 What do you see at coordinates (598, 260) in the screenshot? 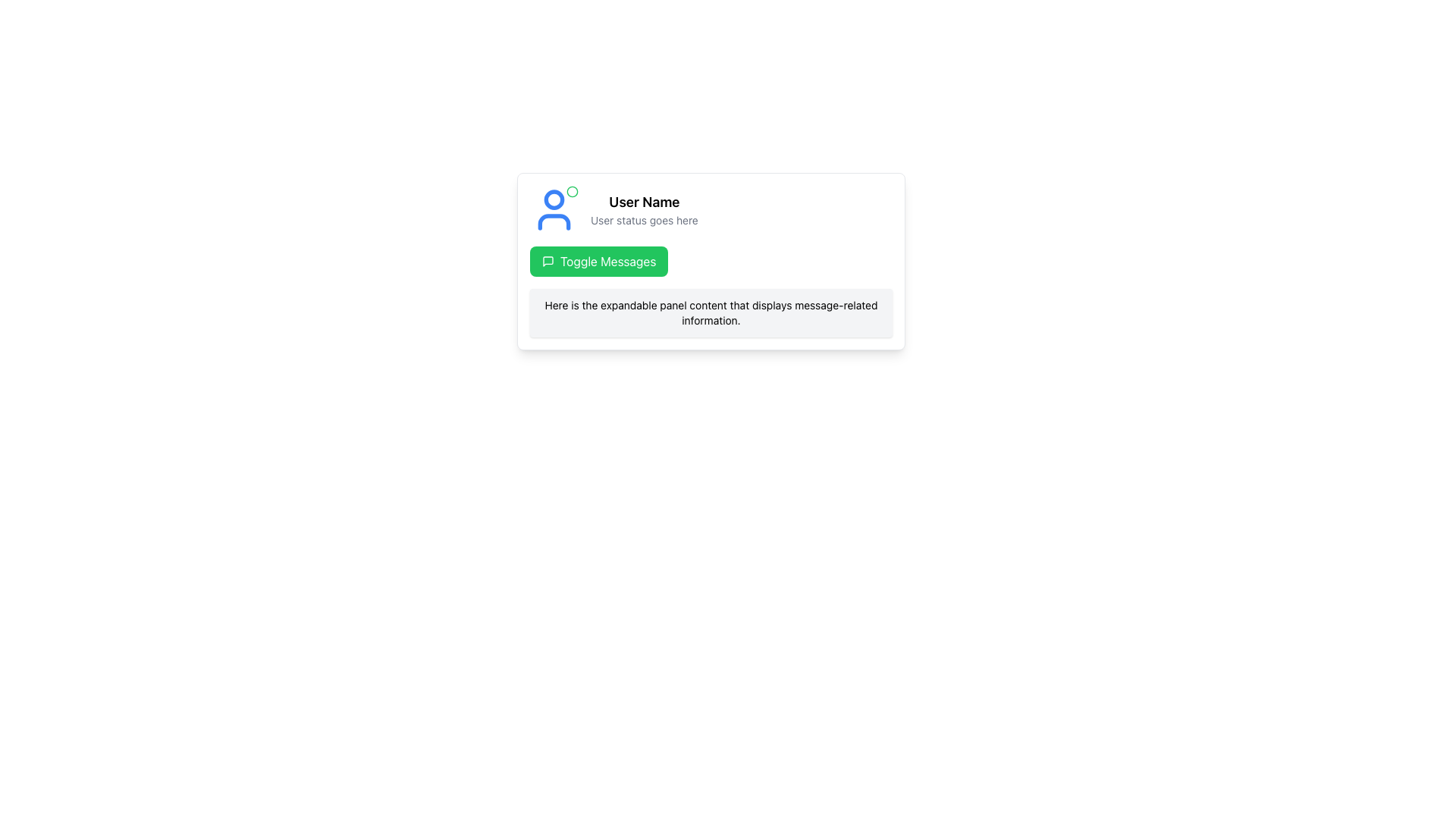
I see `the 'Toggle Messages' button, which is a rectangular green button with rounded corners and white text, located below the user profile section and to the left of the message panel` at bounding box center [598, 260].